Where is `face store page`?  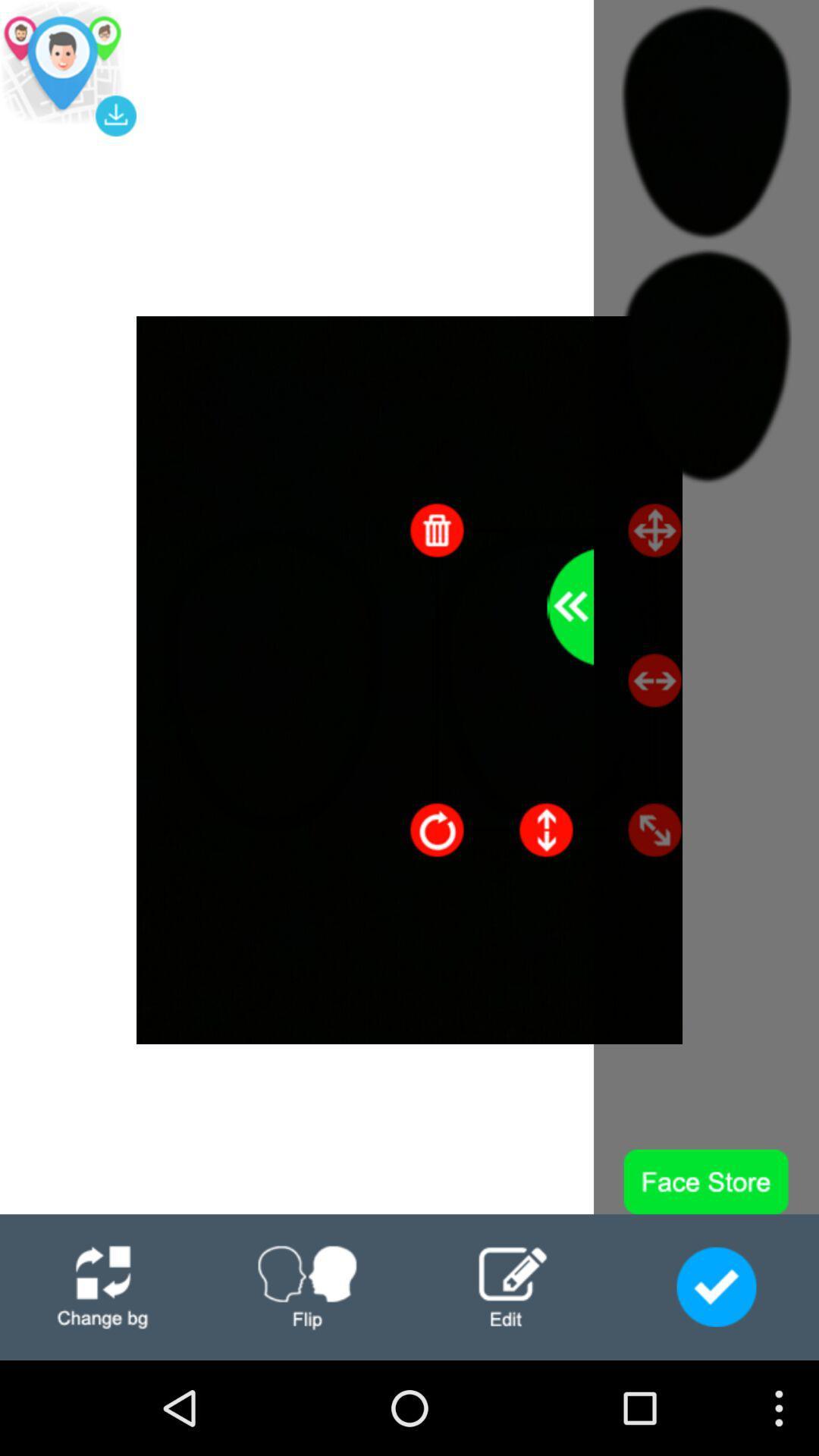
face store page is located at coordinates (717, 1286).